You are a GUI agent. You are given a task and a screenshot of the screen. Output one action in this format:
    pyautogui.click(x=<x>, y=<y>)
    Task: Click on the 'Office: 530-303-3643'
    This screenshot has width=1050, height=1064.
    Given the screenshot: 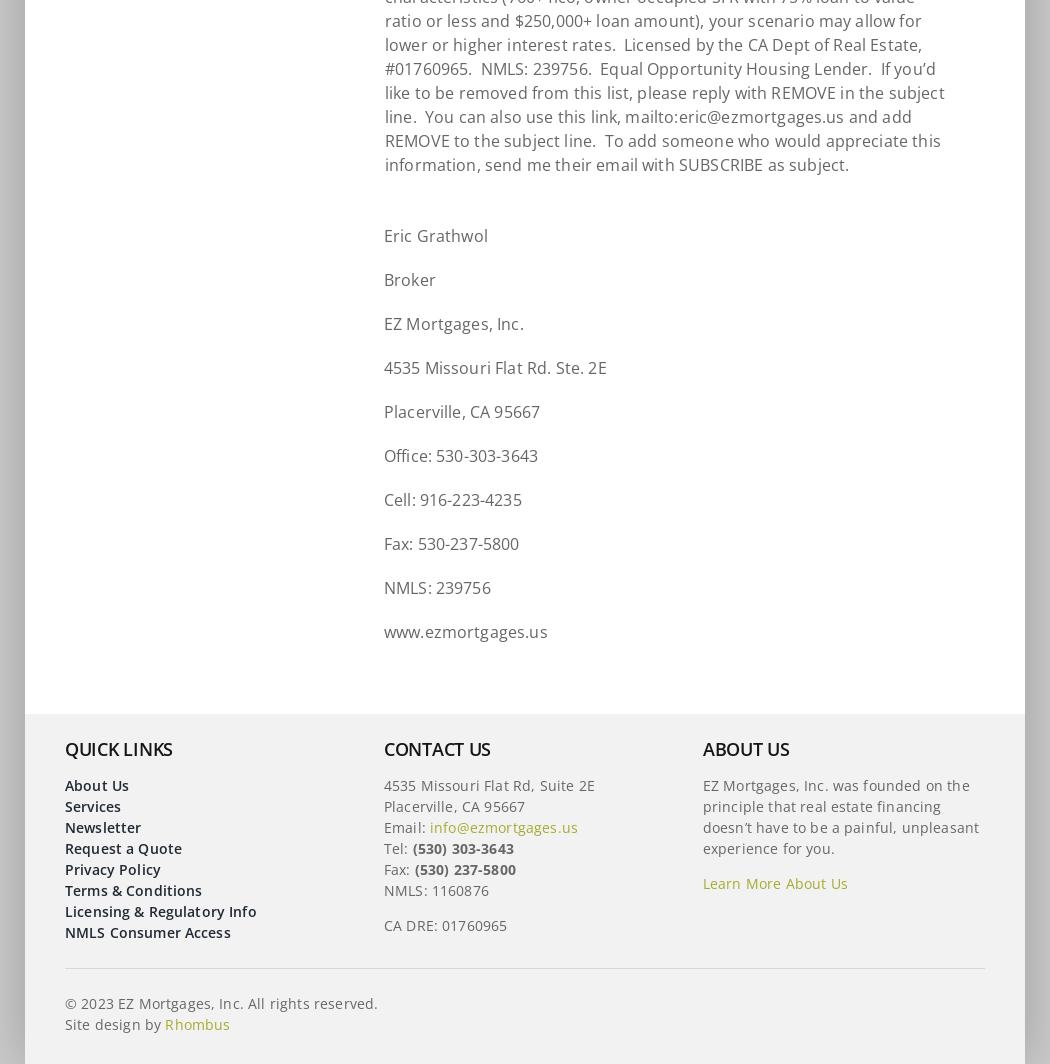 What is the action you would take?
    pyautogui.click(x=460, y=456)
    